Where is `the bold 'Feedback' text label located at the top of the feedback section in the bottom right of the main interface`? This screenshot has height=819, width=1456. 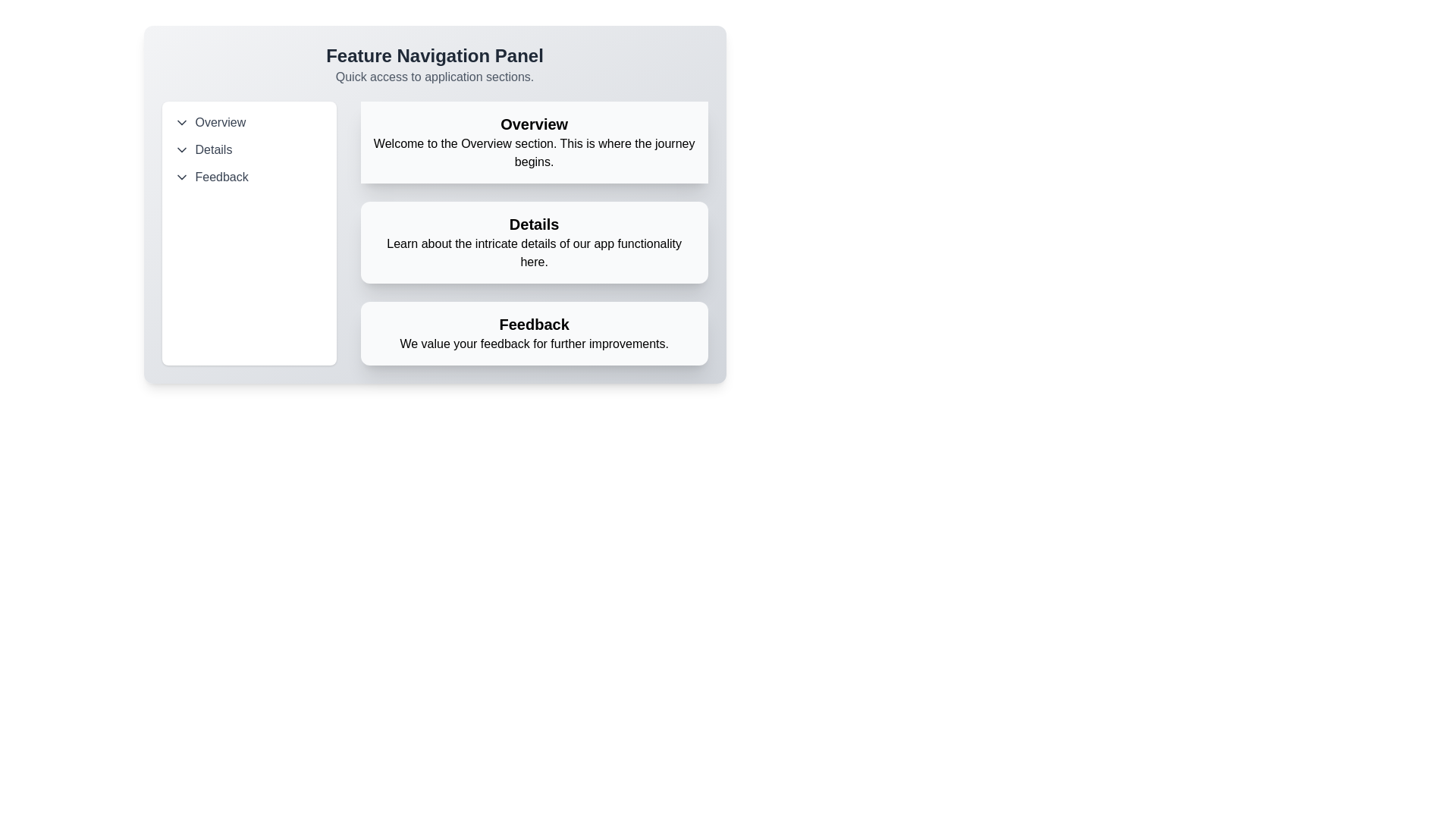
the bold 'Feedback' text label located at the top of the feedback section in the bottom right of the main interface is located at coordinates (534, 324).